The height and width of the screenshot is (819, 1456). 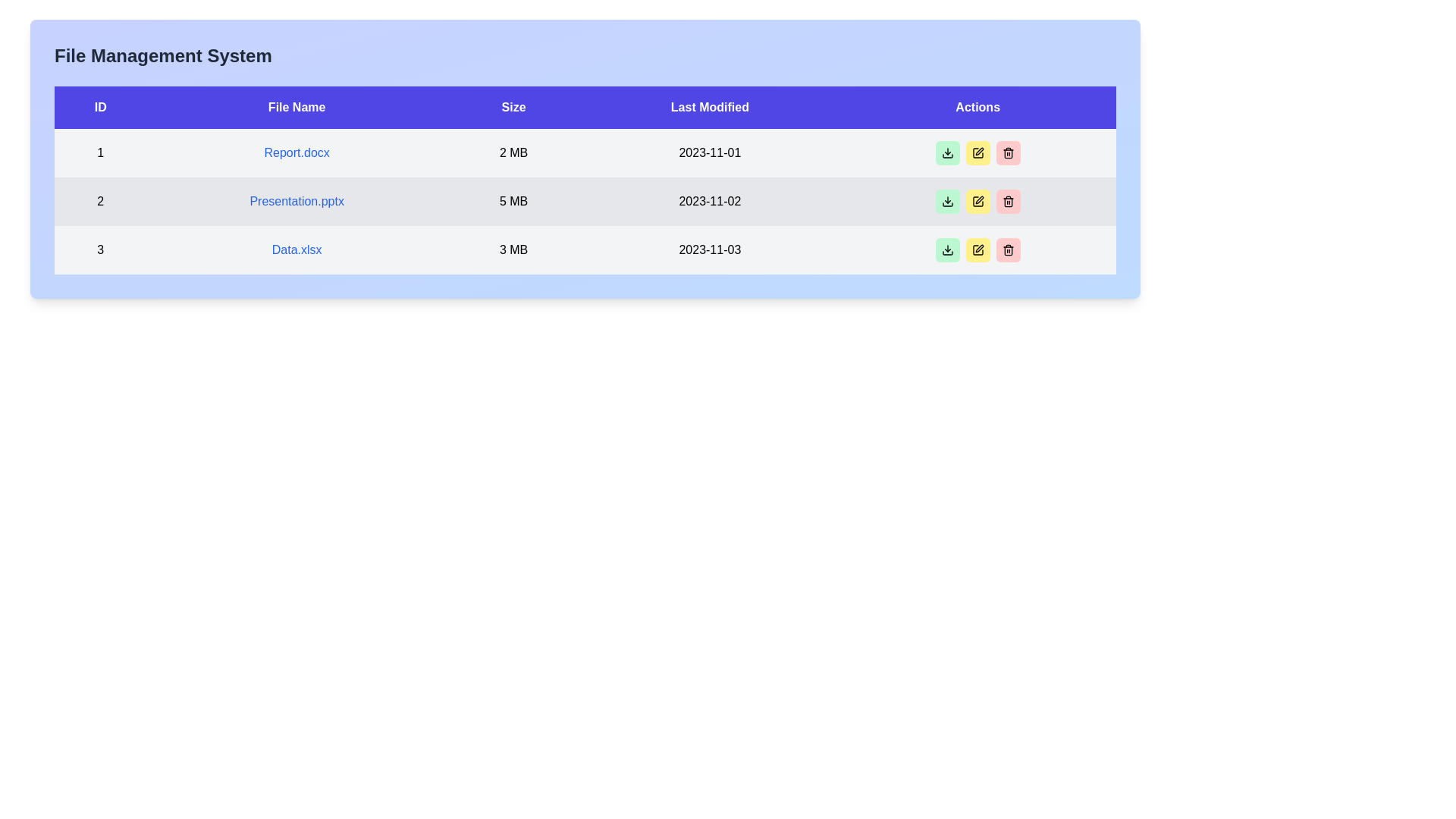 What do you see at coordinates (513, 152) in the screenshot?
I see `the text display showing '2 MB' in the 'Size' column of the table for the file 'Report.docx'` at bounding box center [513, 152].